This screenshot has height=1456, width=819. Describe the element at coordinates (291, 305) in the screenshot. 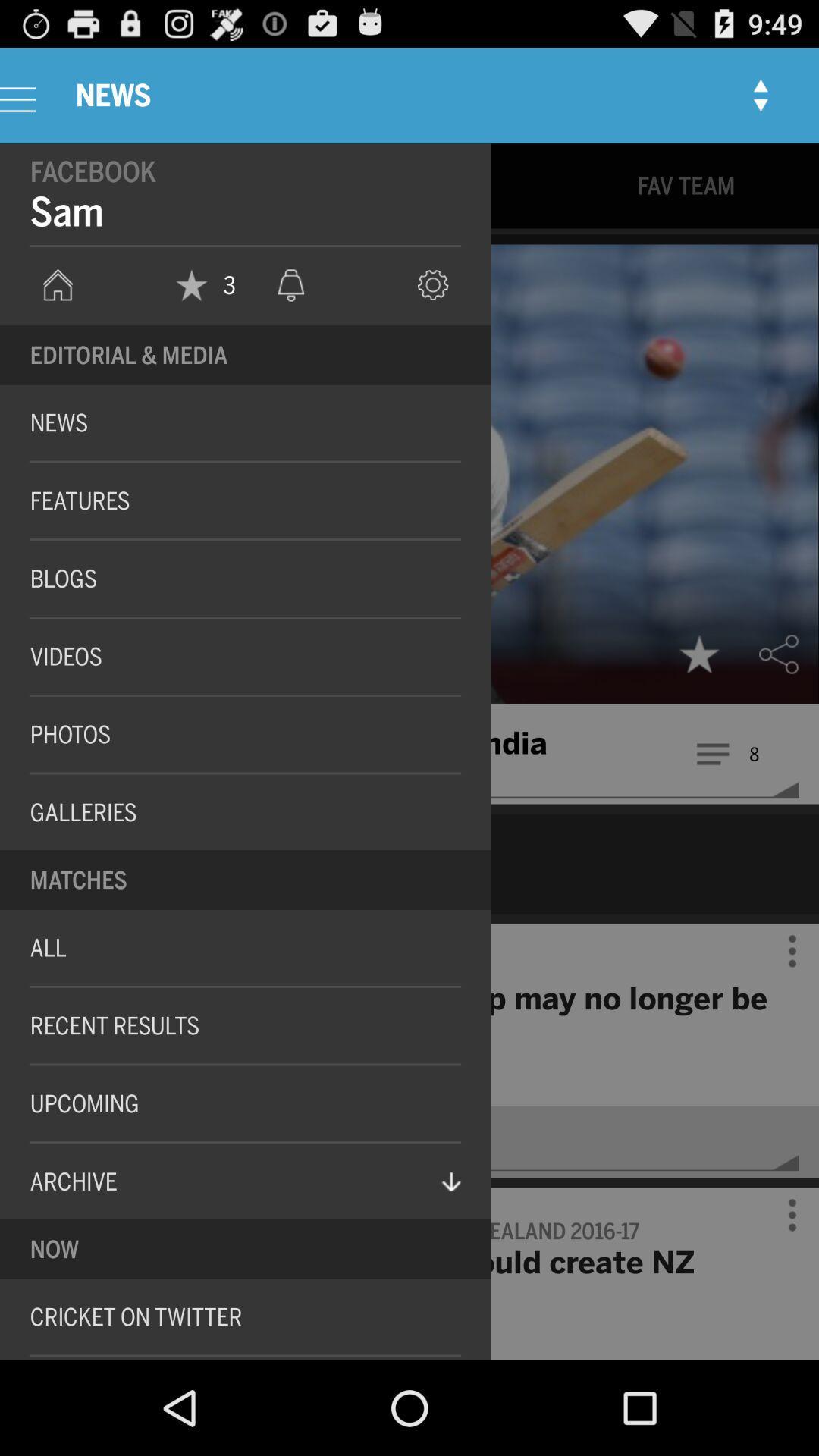

I see `the notifications icon` at that location.